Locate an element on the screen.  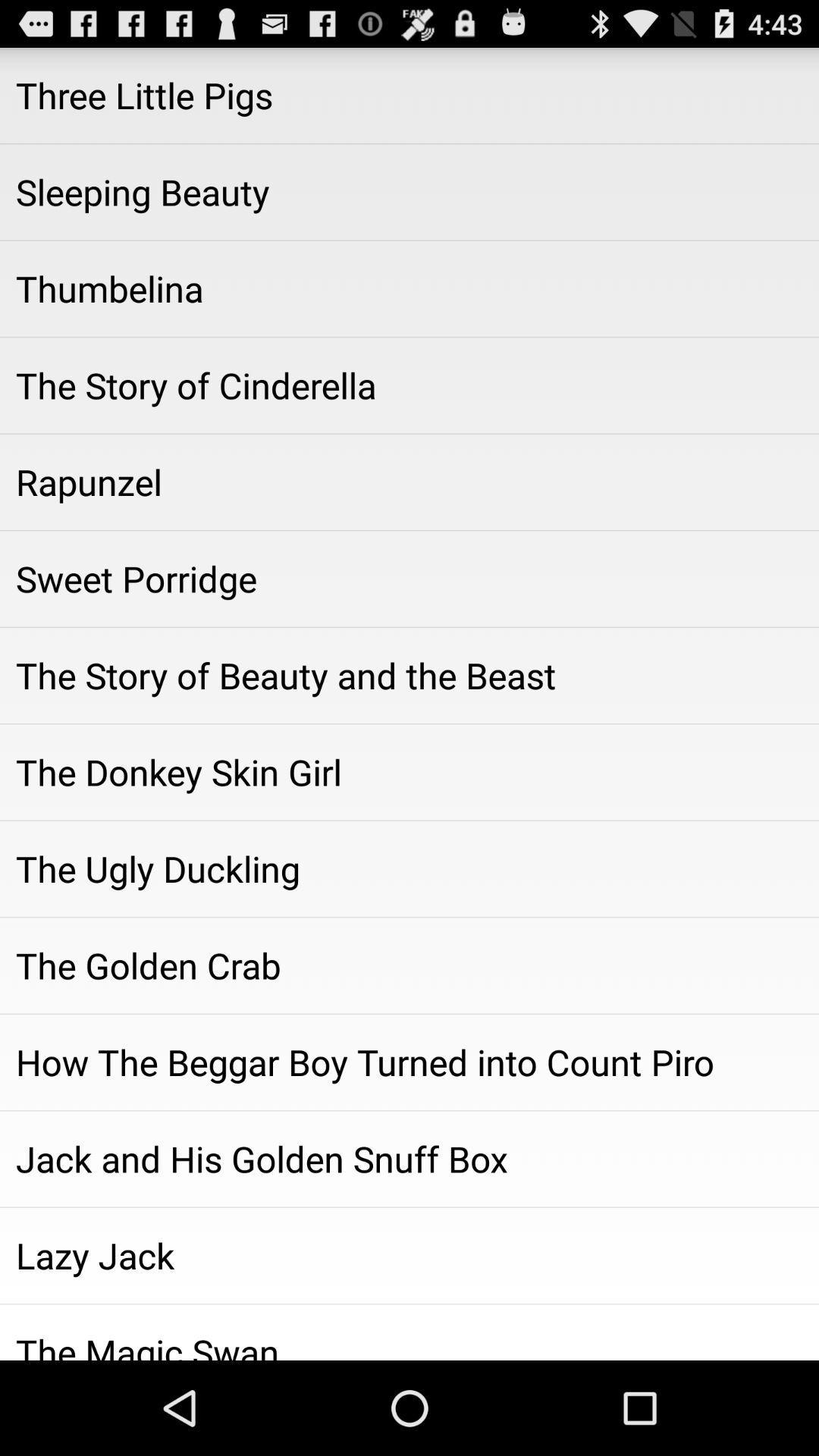
app above lazy jack is located at coordinates (409, 1158).